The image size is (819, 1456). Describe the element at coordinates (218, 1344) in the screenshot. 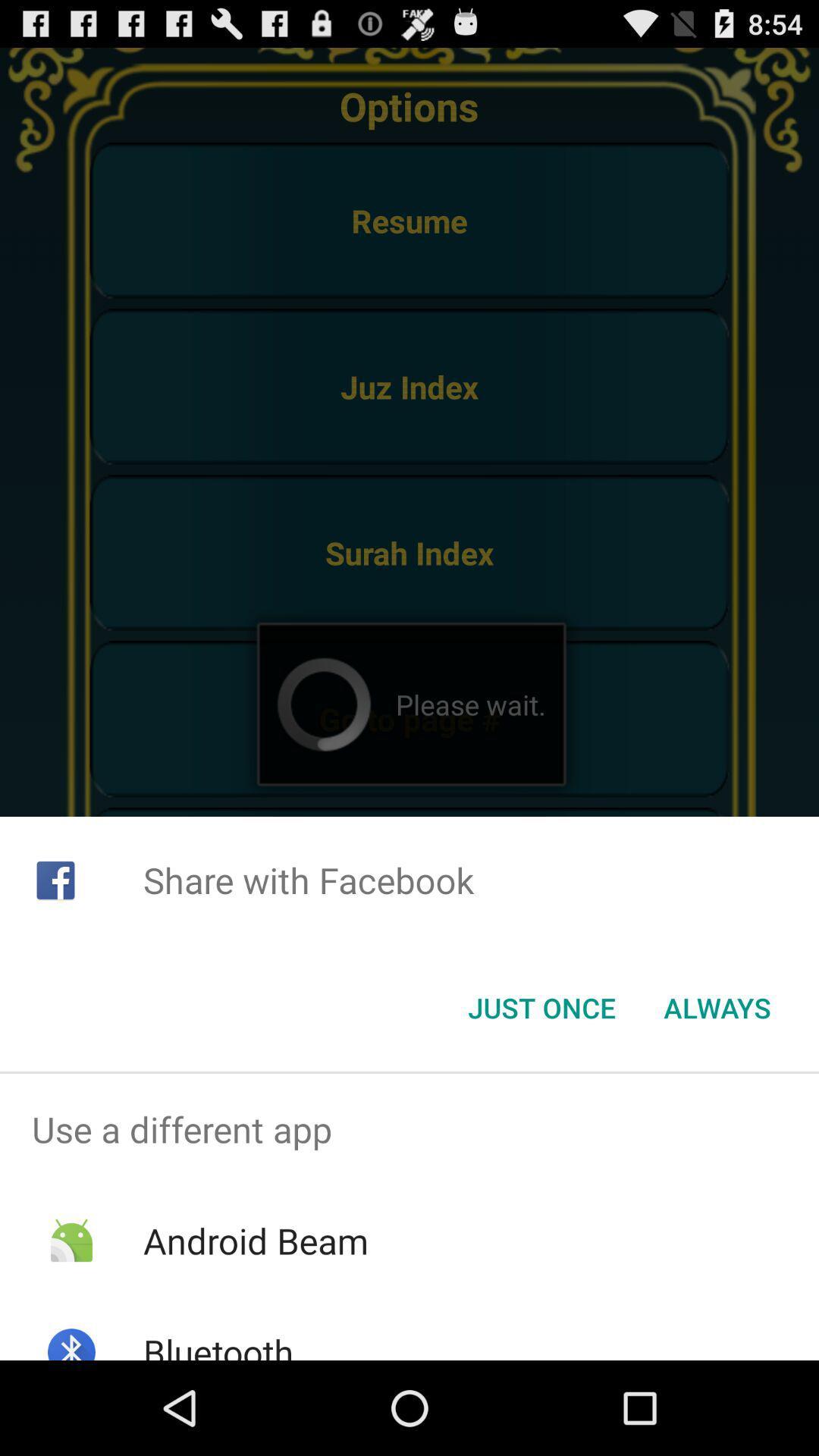

I see `bluetooth` at that location.